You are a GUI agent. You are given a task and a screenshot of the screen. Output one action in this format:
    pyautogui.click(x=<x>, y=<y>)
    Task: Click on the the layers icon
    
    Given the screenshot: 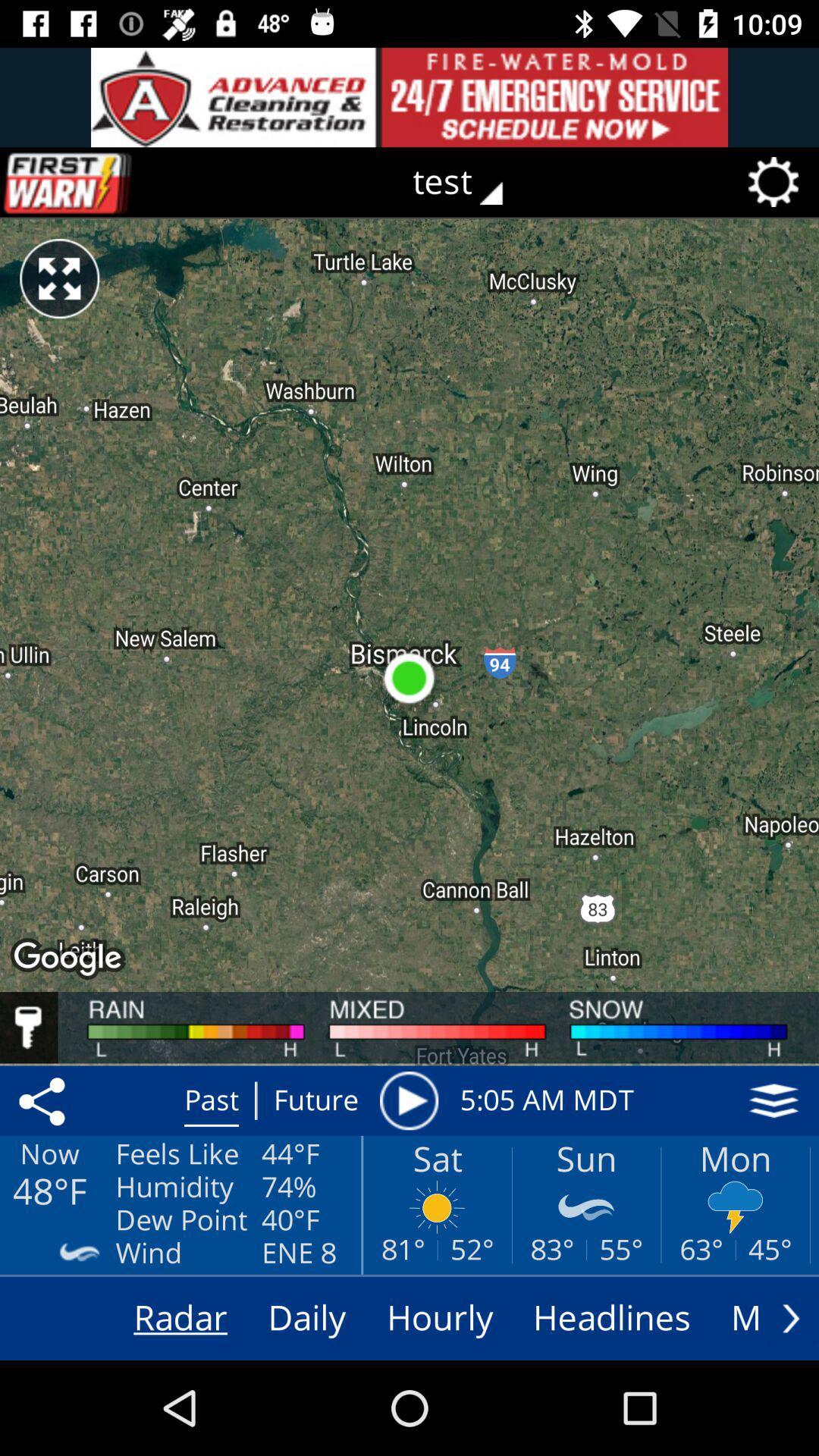 What is the action you would take?
    pyautogui.click(x=773, y=1100)
    